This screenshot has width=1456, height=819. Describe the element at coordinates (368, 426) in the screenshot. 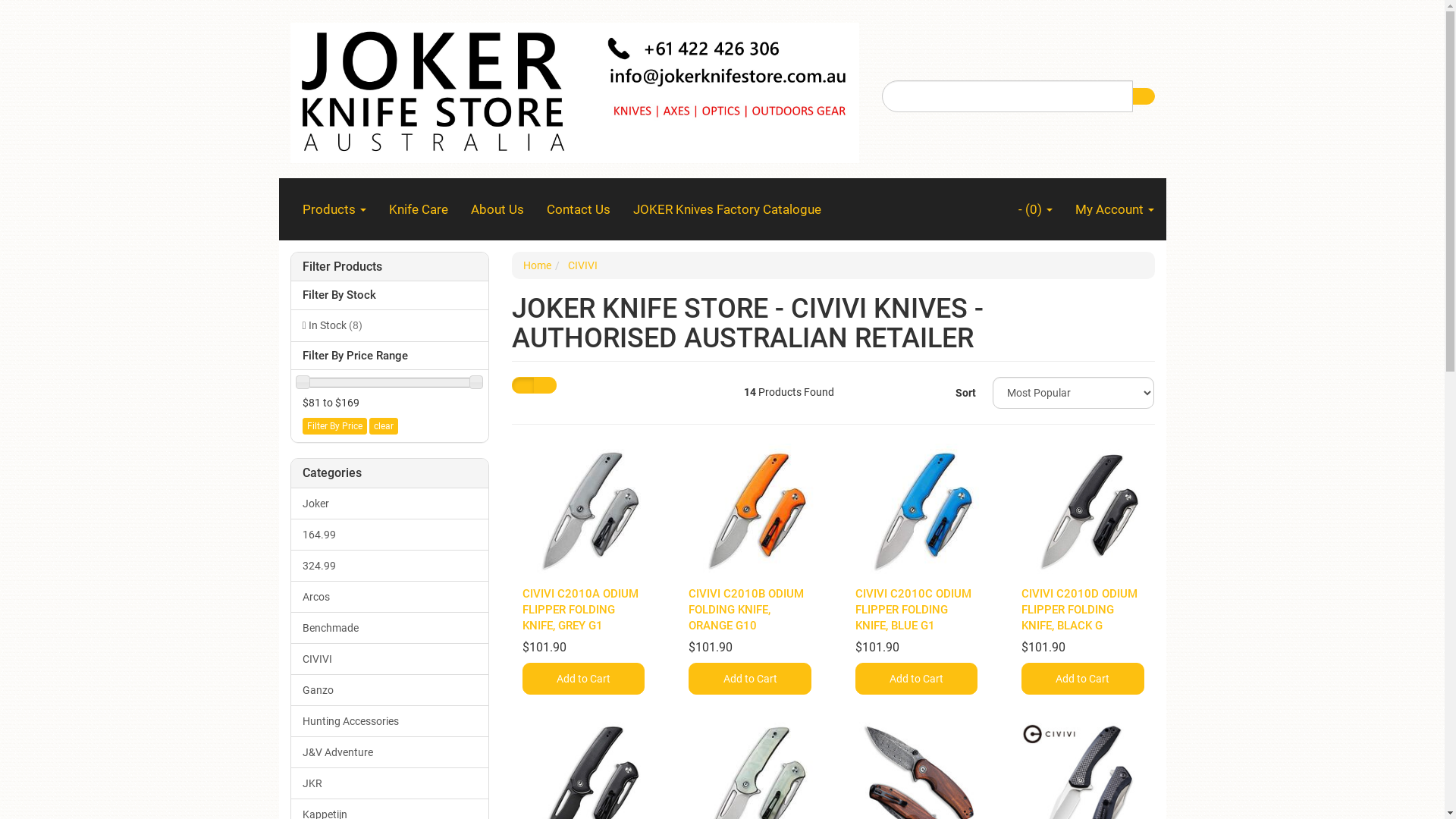

I see `'clear'` at that location.